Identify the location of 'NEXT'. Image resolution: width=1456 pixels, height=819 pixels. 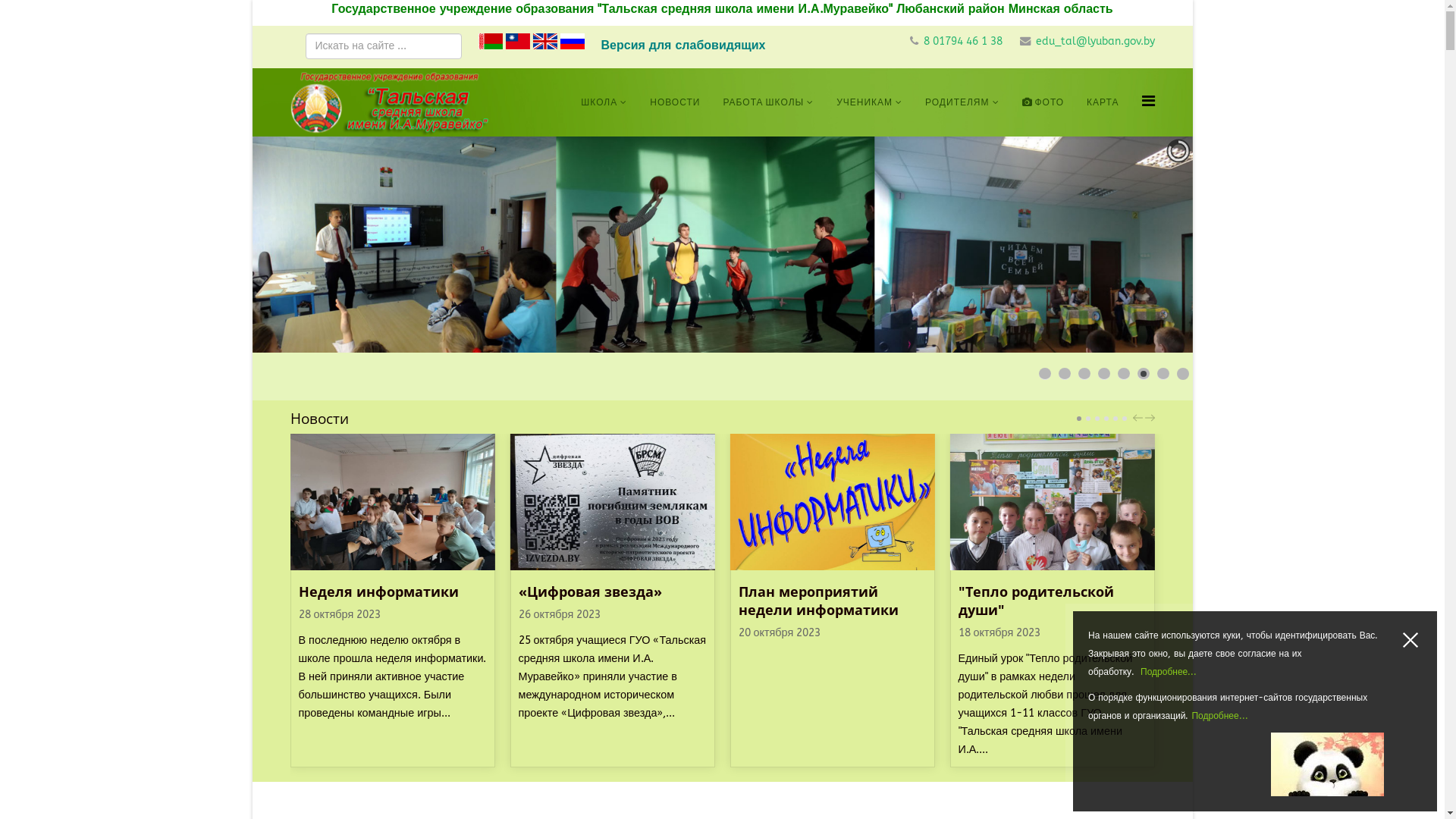
(1150, 418).